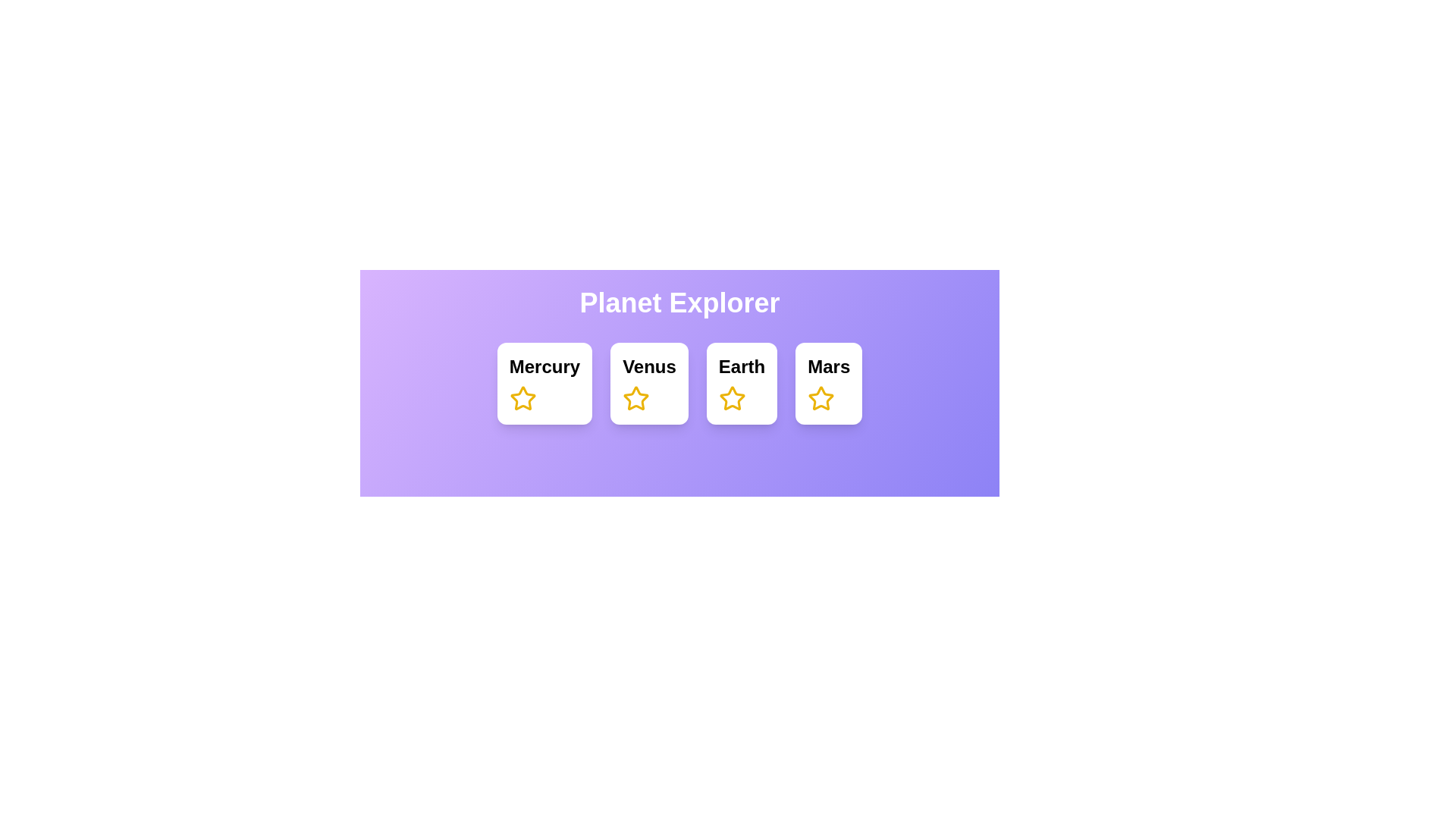  I want to click on the bold text label displaying 'Mercury' within a white rounded rectangle box, which is the first in a series of planet boxes, so click(544, 366).